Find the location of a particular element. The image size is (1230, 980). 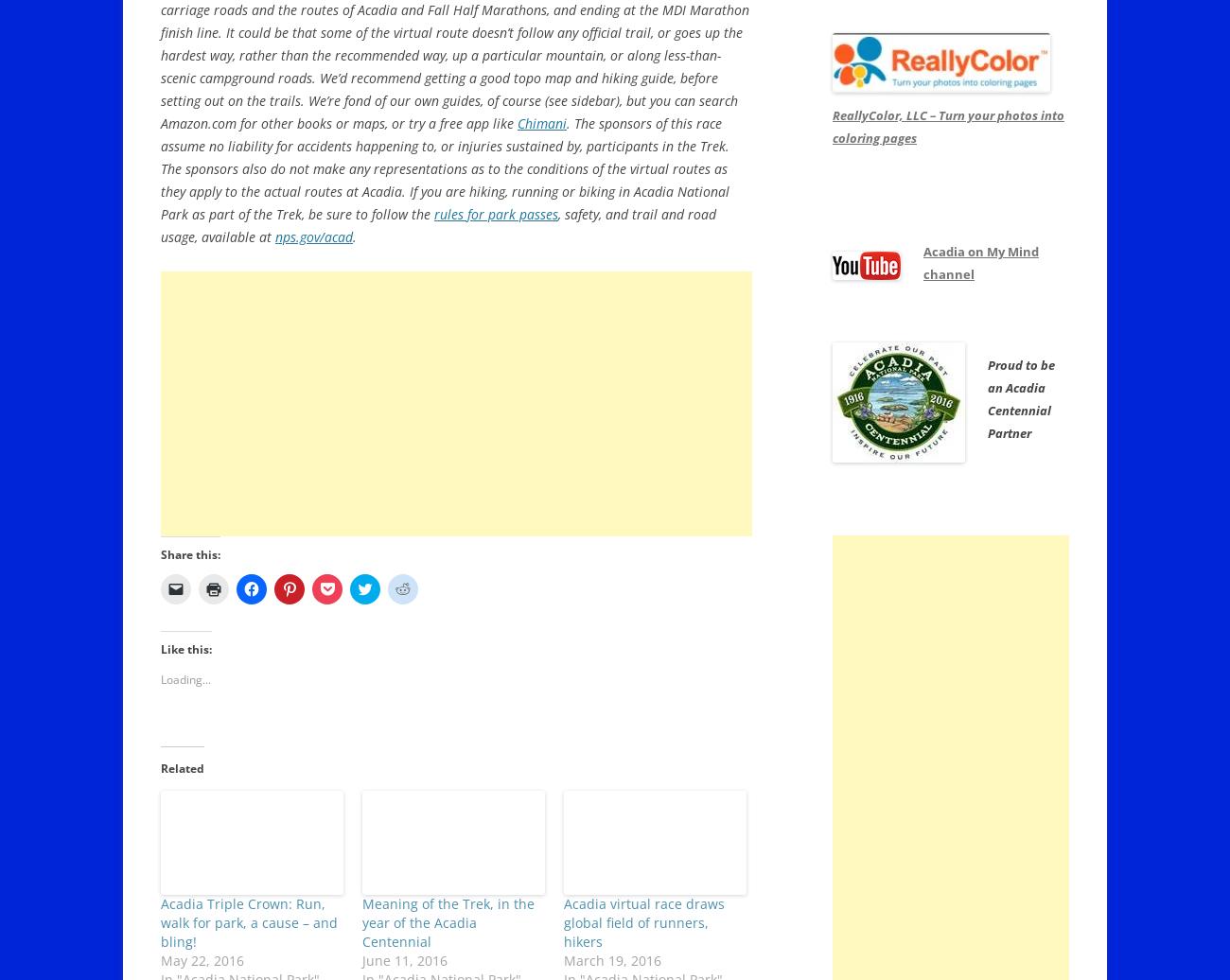

'. The sponsors of this race assume no liability for accidents happening to, or injuries sustained by, participants in the Trek. The sponsors also do not make any representations as to the conditions of the virtual routes as they apply to the actual routes at Acadia. If you are hiking, running or biking in Acadia National Park as part of the Trek, be sure to follow the' is located at coordinates (444, 168).